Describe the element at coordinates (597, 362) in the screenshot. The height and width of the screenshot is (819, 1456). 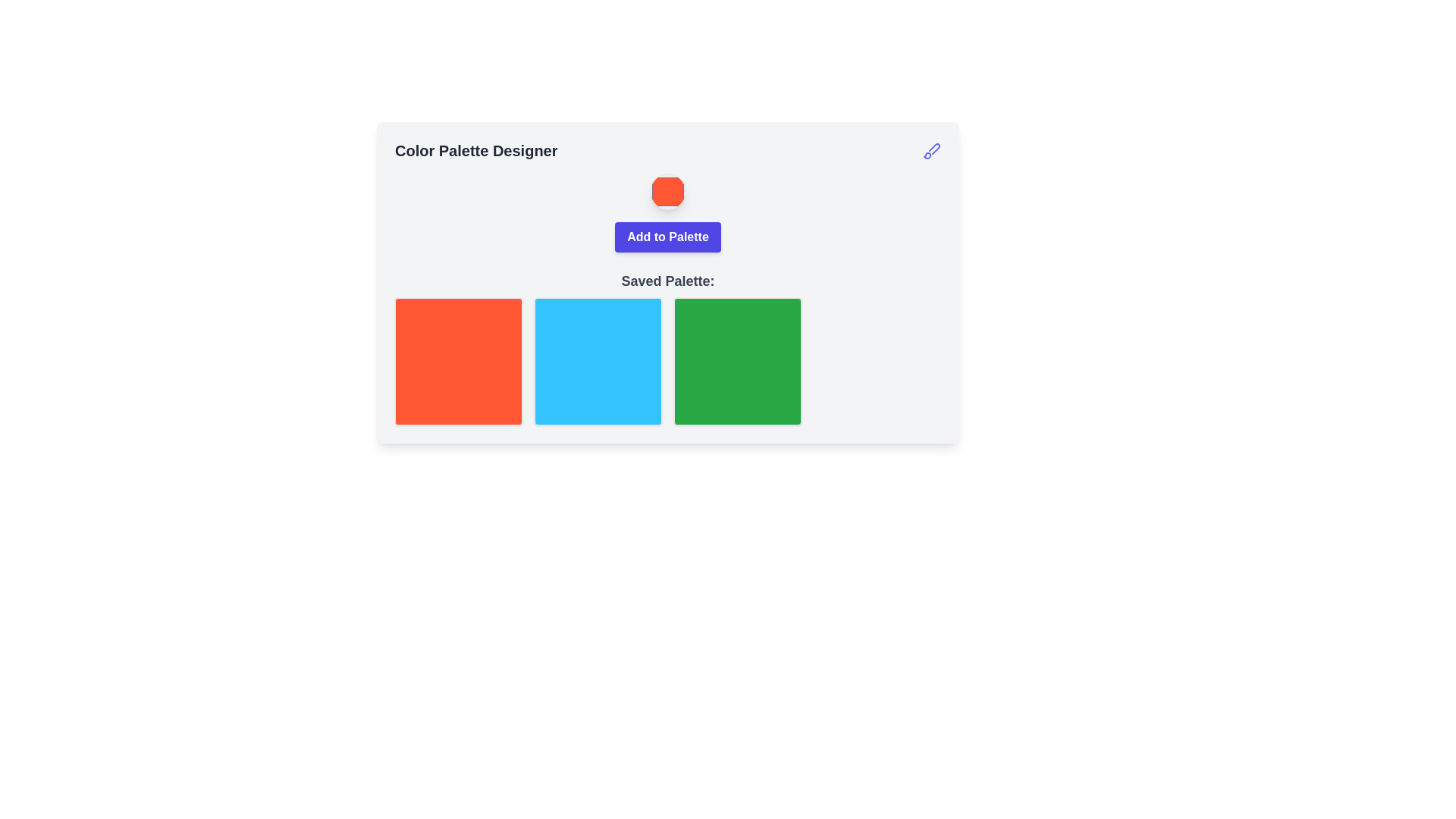
I see `the second color tile in the 'Saved Palette' section, which is visually represented as a color display box and is non-interactive` at that location.